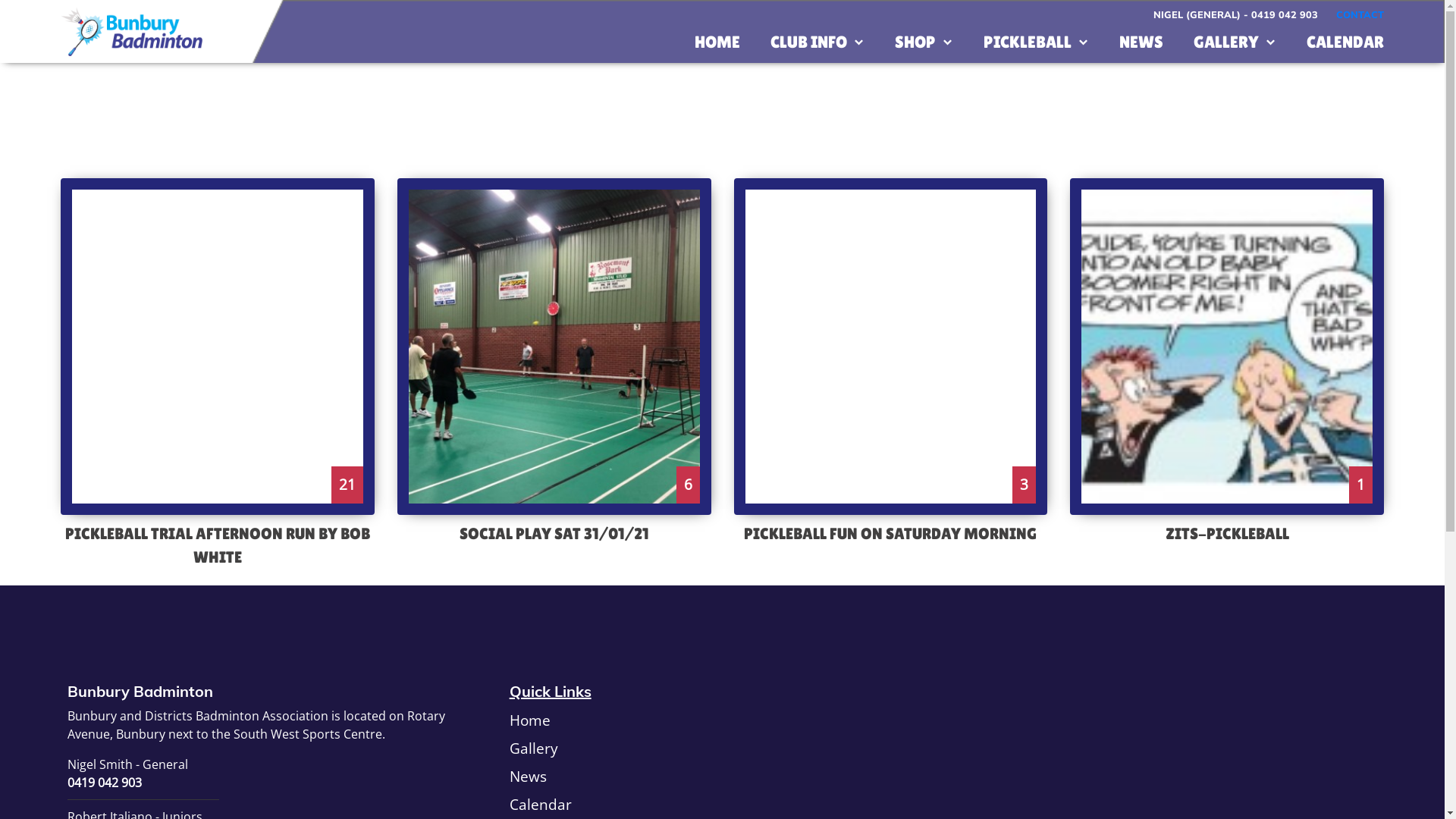  Describe the element at coordinates (716, 40) in the screenshot. I see `'HOME'` at that location.